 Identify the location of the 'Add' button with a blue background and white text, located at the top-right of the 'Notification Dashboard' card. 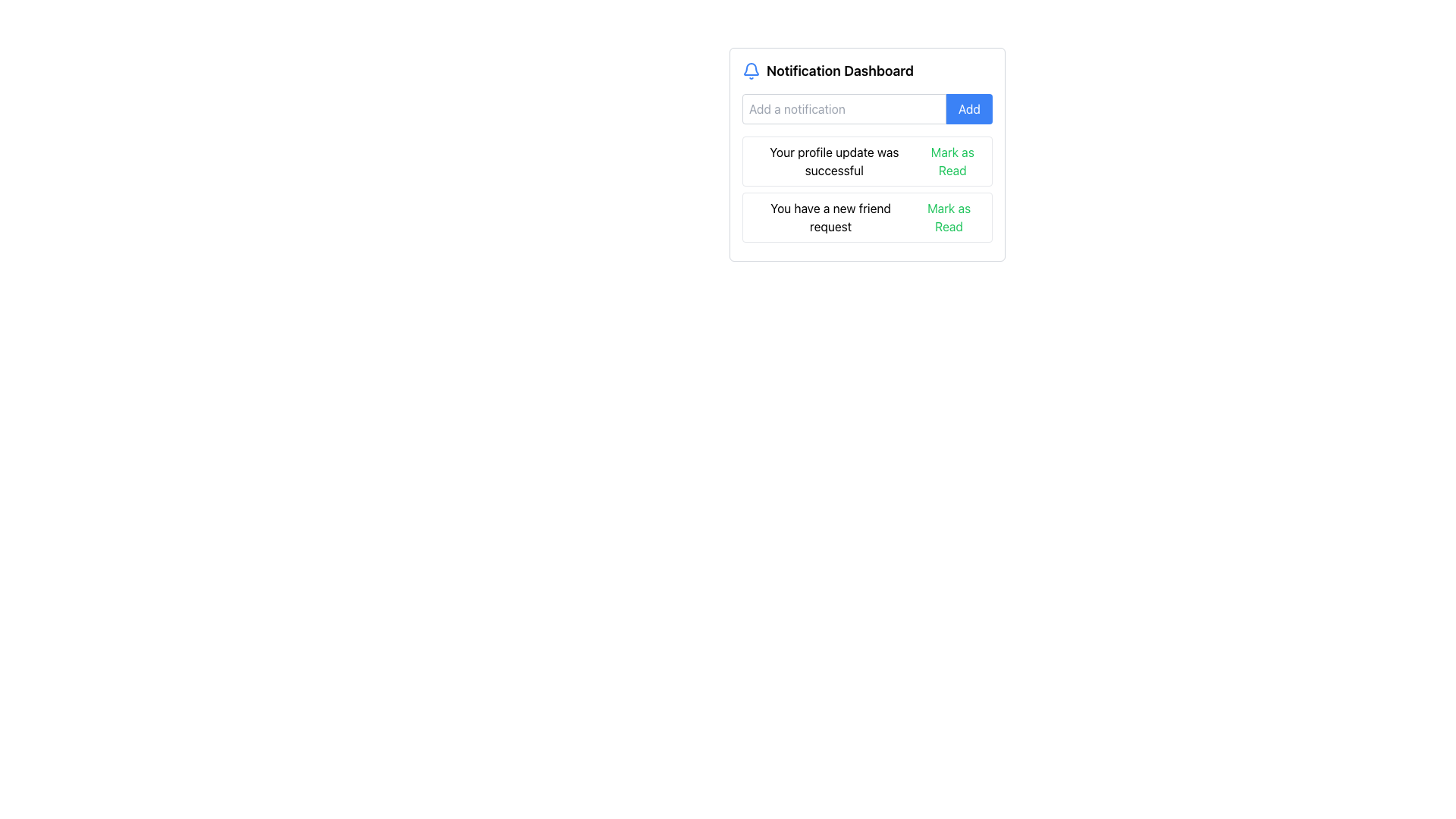
(968, 108).